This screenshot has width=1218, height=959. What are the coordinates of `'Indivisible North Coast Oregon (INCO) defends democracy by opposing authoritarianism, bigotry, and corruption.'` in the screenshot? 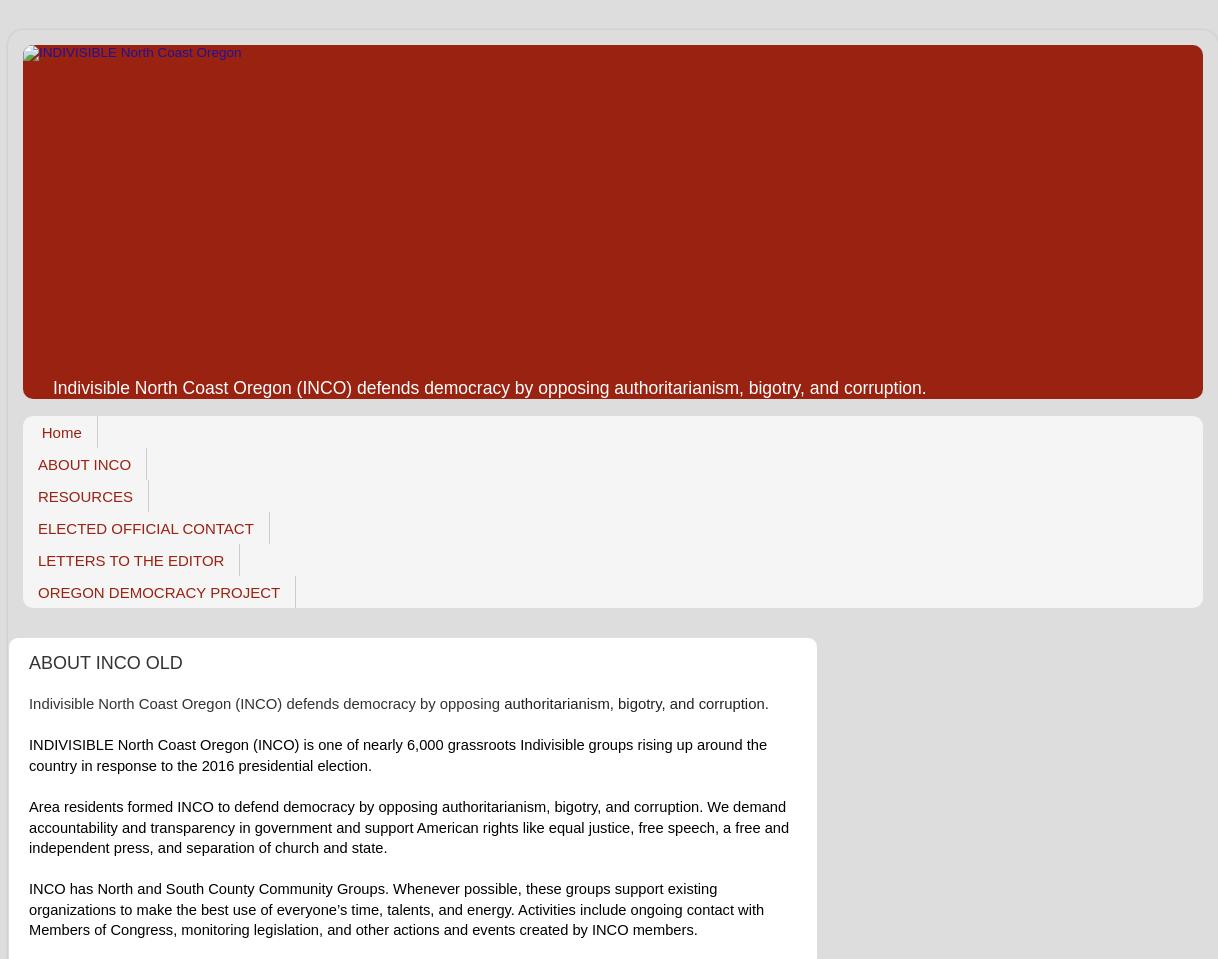 It's located at (488, 386).